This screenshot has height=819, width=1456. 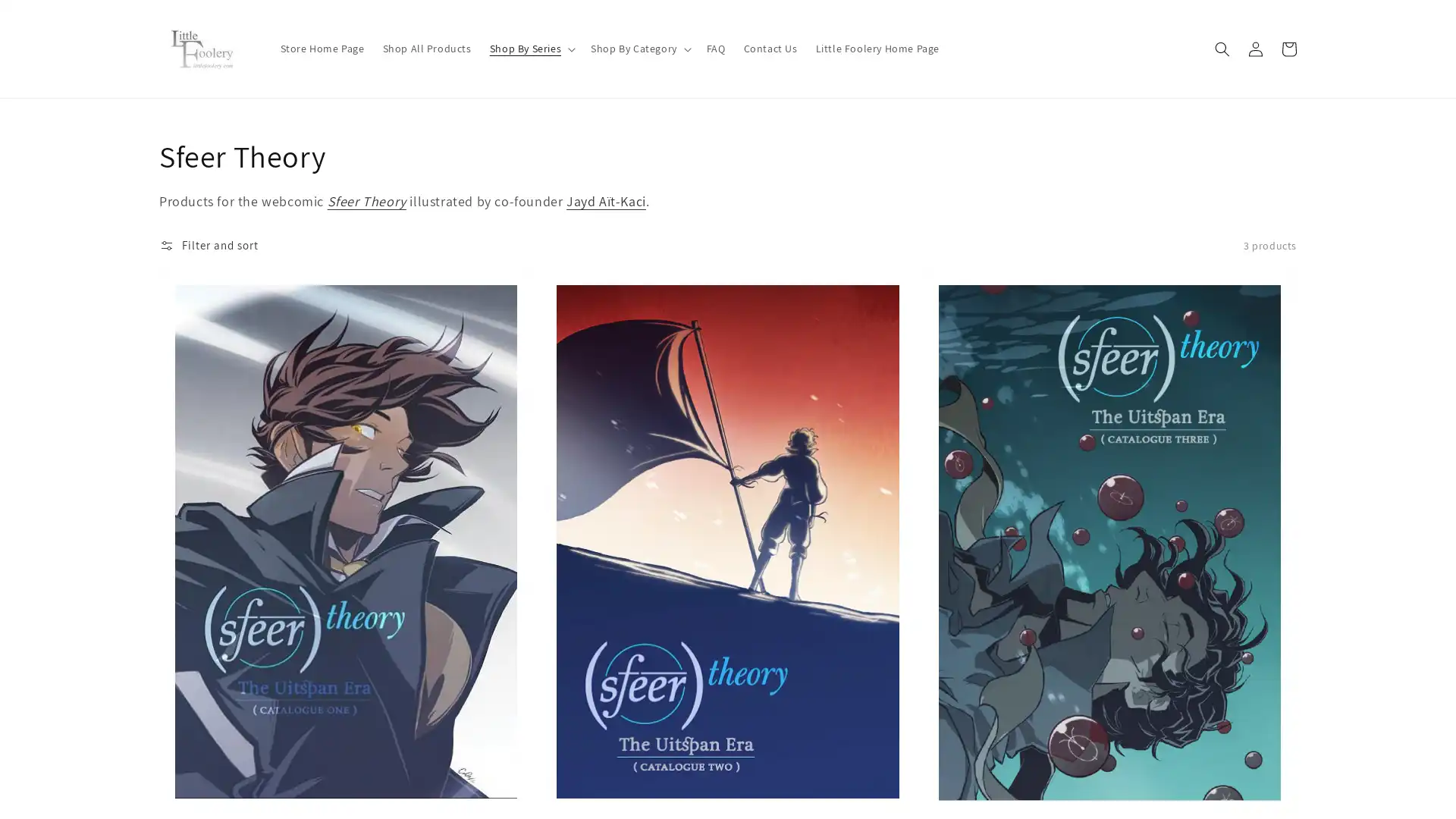 What do you see at coordinates (208, 245) in the screenshot?
I see `Filter and sort` at bounding box center [208, 245].